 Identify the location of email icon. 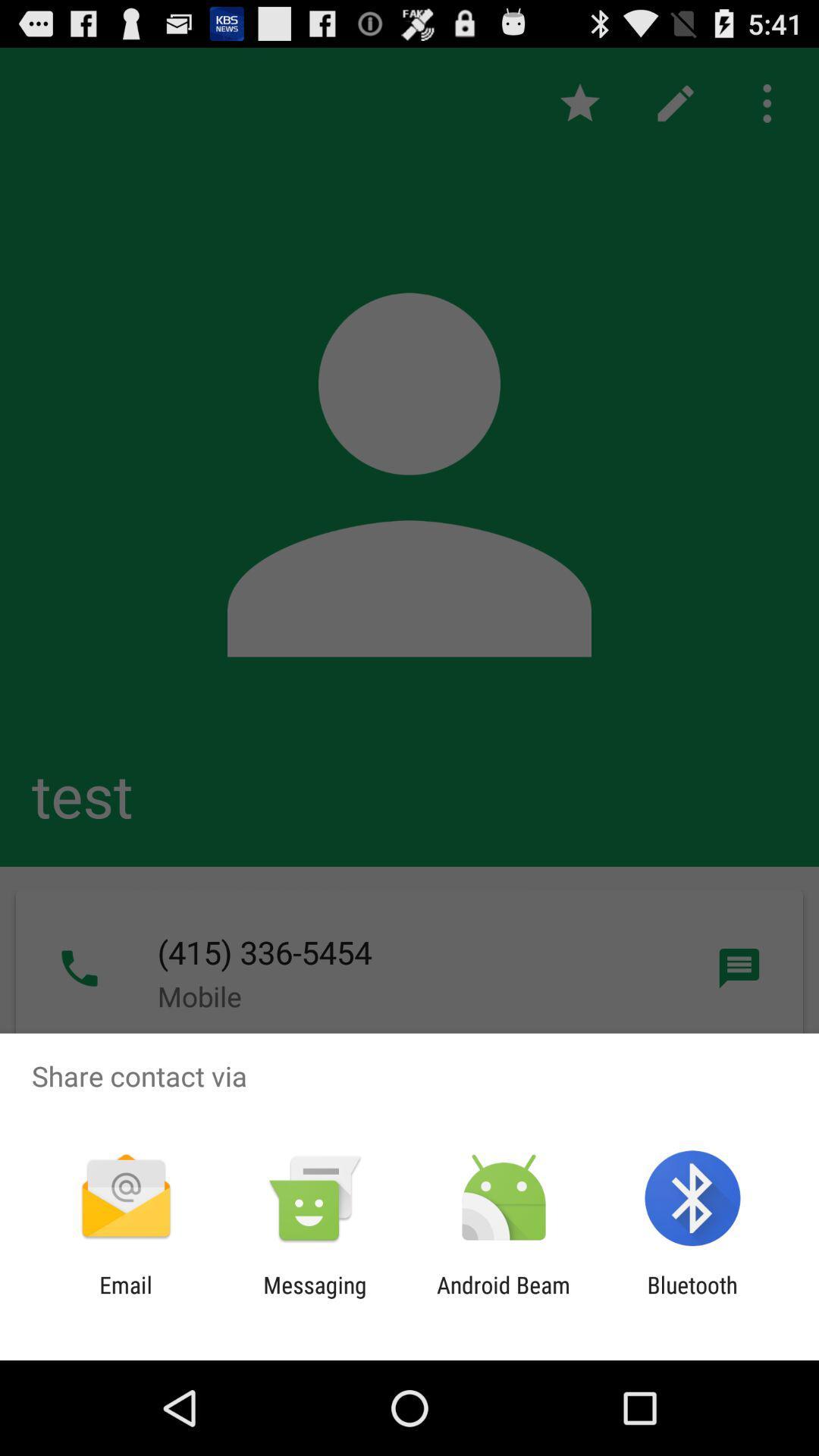
(125, 1298).